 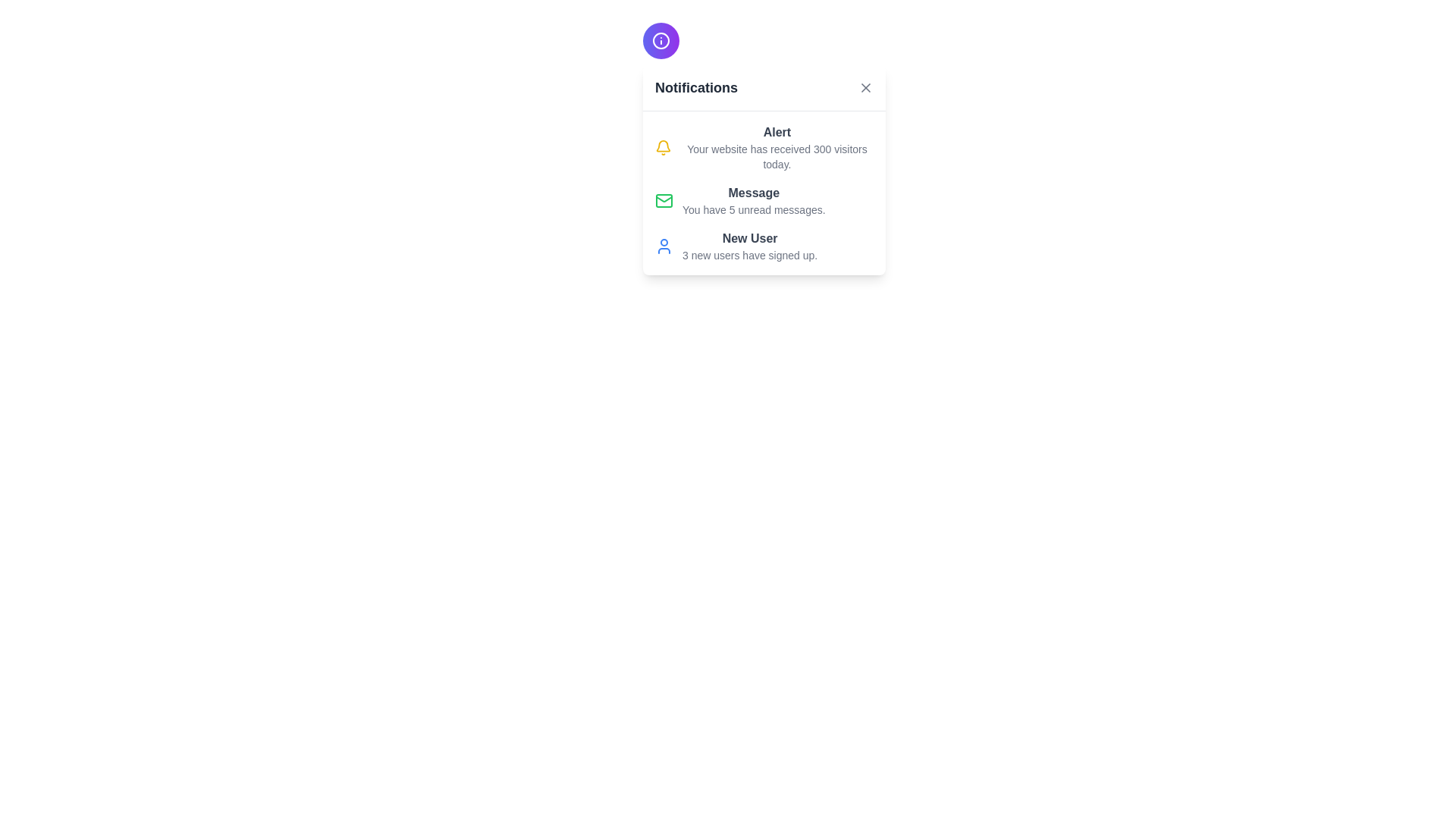 What do you see at coordinates (764, 148) in the screenshot?
I see `notification displaying the message about 300 visitors today, which is the first notification in the 'Notifications' dialog box, characterized by a yellow bell icon and the heading 'Alert'` at bounding box center [764, 148].